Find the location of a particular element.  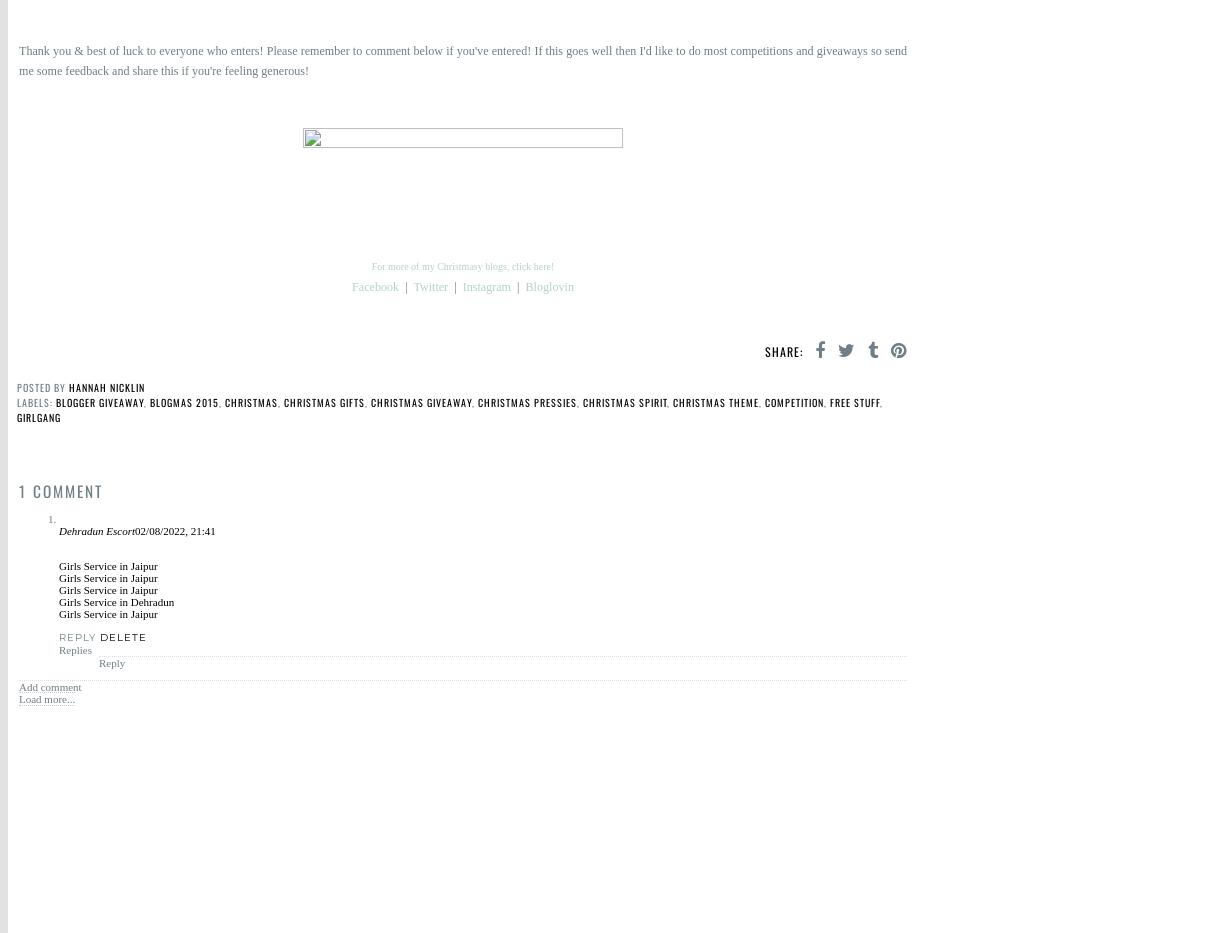

'Christmas gifts' is located at coordinates (323, 402).